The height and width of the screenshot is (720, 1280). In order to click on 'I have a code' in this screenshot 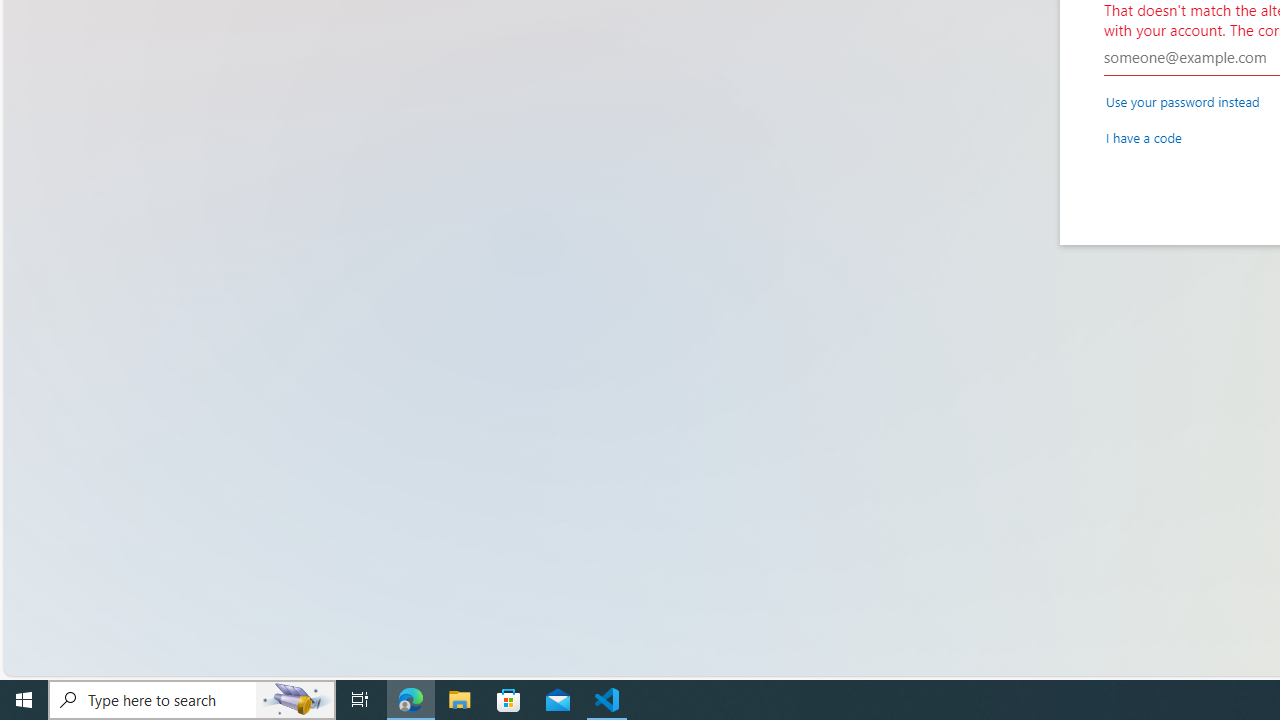, I will do `click(1143, 136)`.